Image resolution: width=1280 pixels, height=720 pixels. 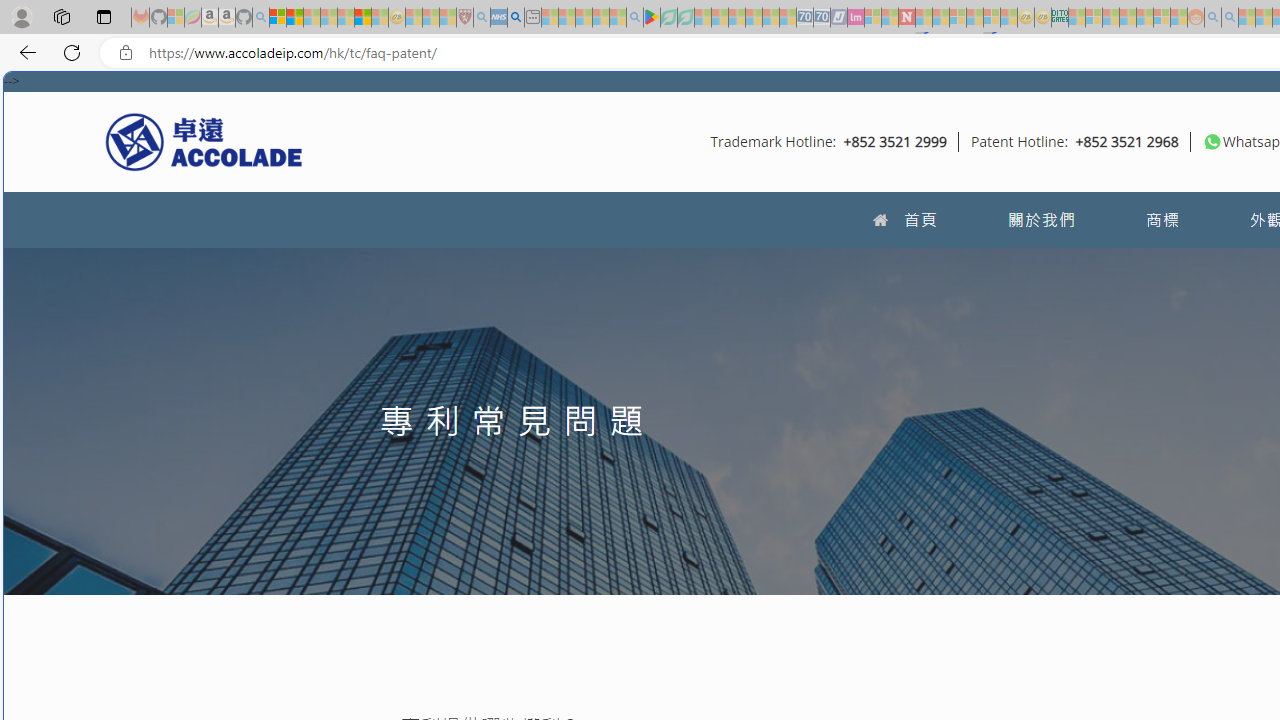 I want to click on 'Latest Politics News & Archive | Newsweek.com - Sleeping', so click(x=905, y=17).